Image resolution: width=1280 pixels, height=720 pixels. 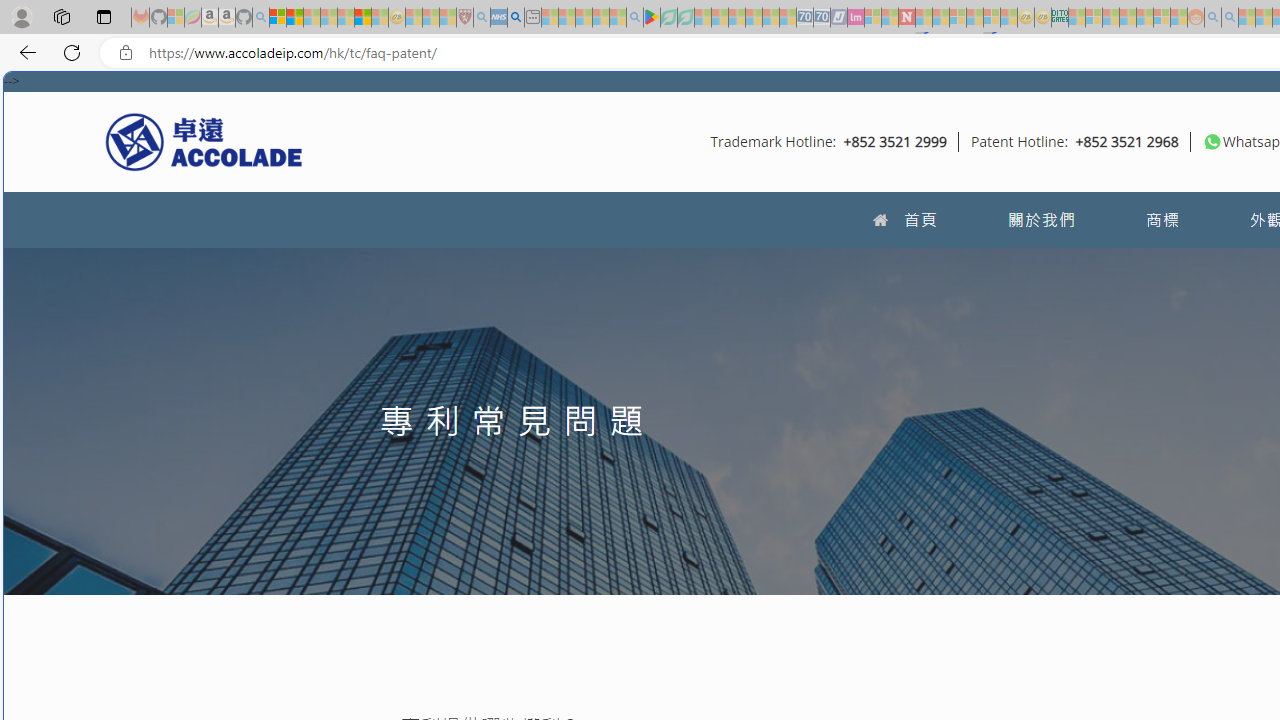 I want to click on 'Latest Politics News & Archive | Newsweek.com - Sleeping', so click(x=905, y=17).